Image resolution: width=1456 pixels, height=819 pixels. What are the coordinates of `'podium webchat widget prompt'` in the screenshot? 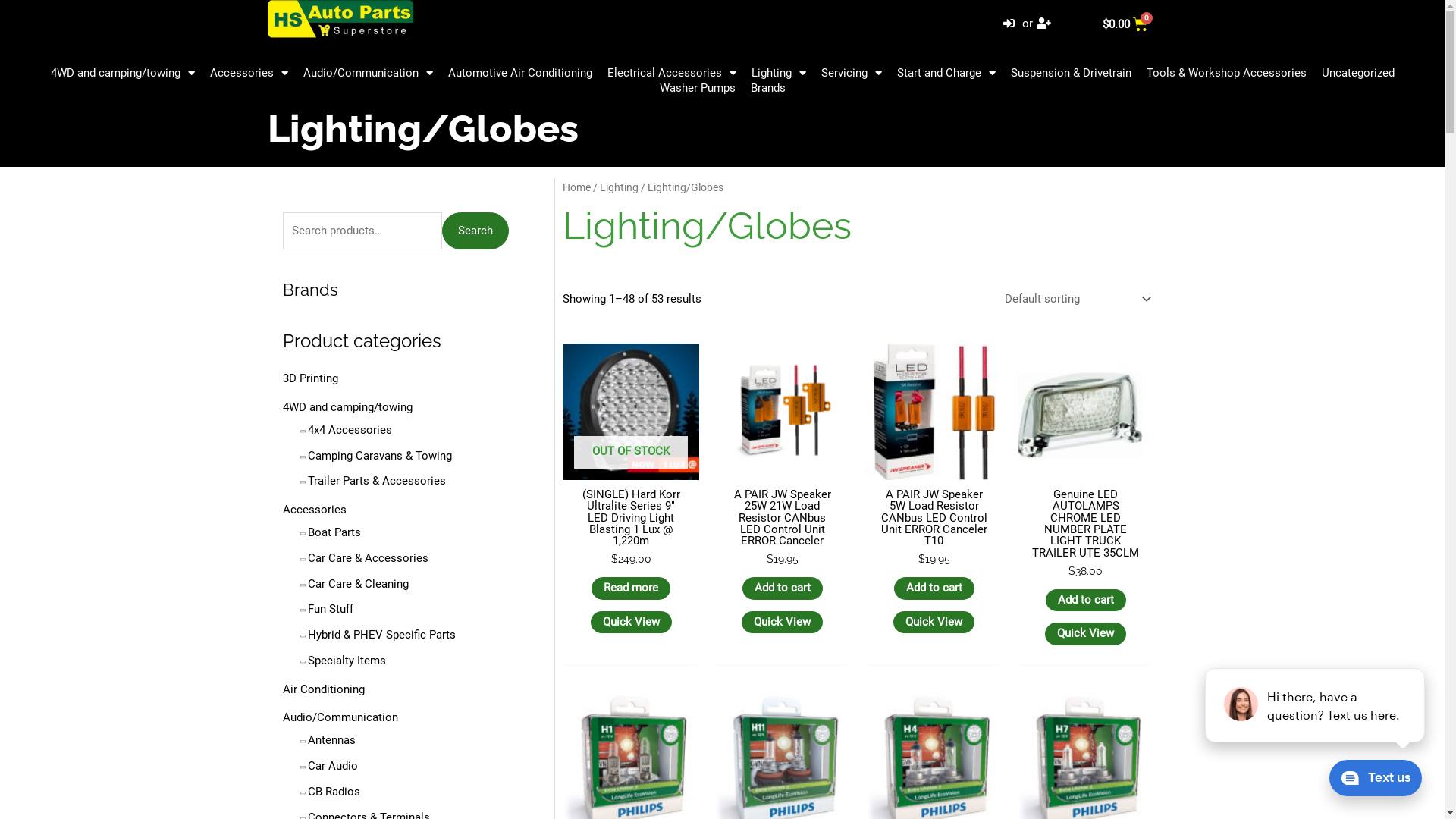 It's located at (1314, 704).